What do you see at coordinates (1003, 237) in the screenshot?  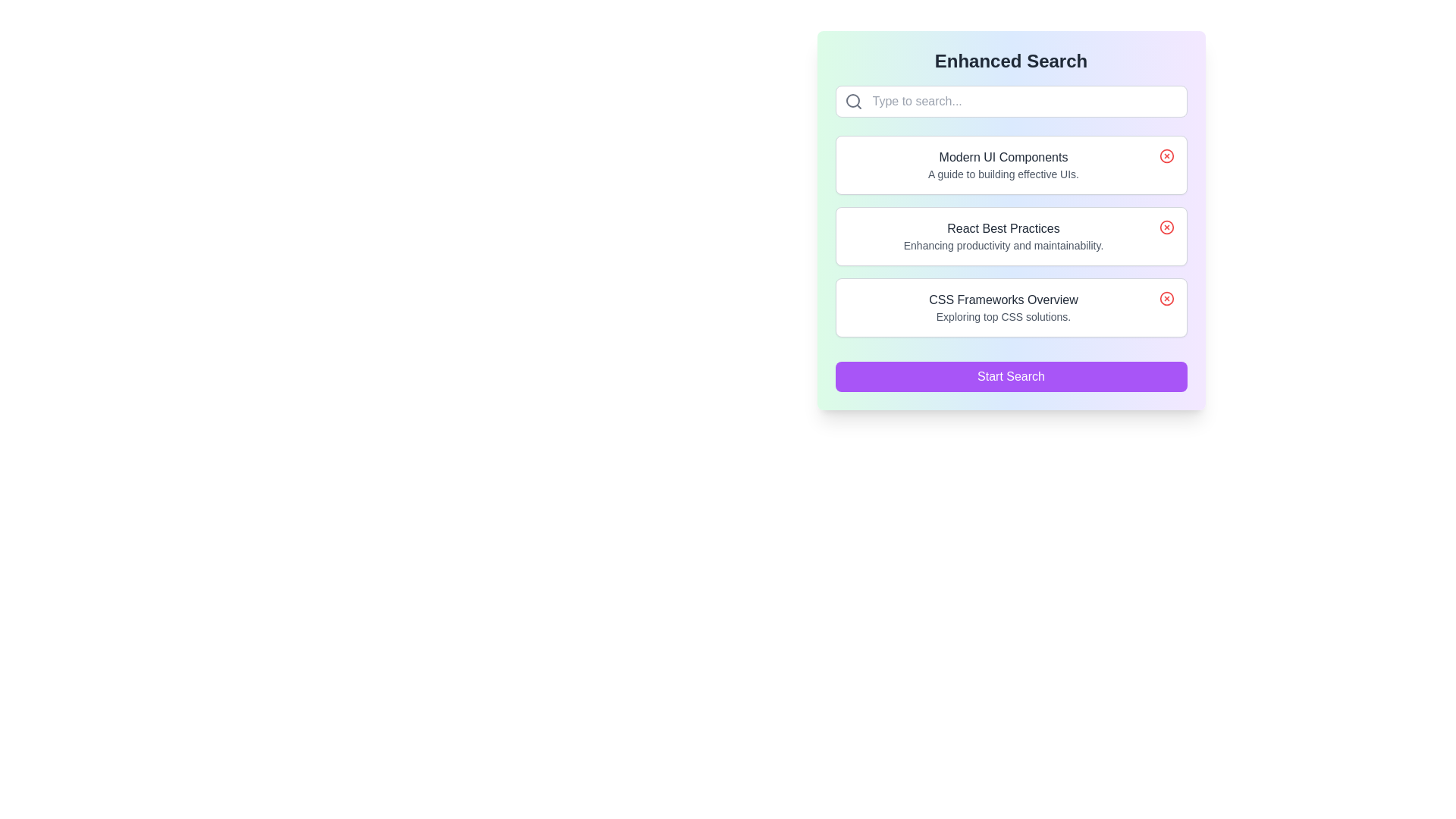 I see `the text block titled 'React Best Practices' with the subtitle 'Enhancing productivity and maintainability'` at bounding box center [1003, 237].